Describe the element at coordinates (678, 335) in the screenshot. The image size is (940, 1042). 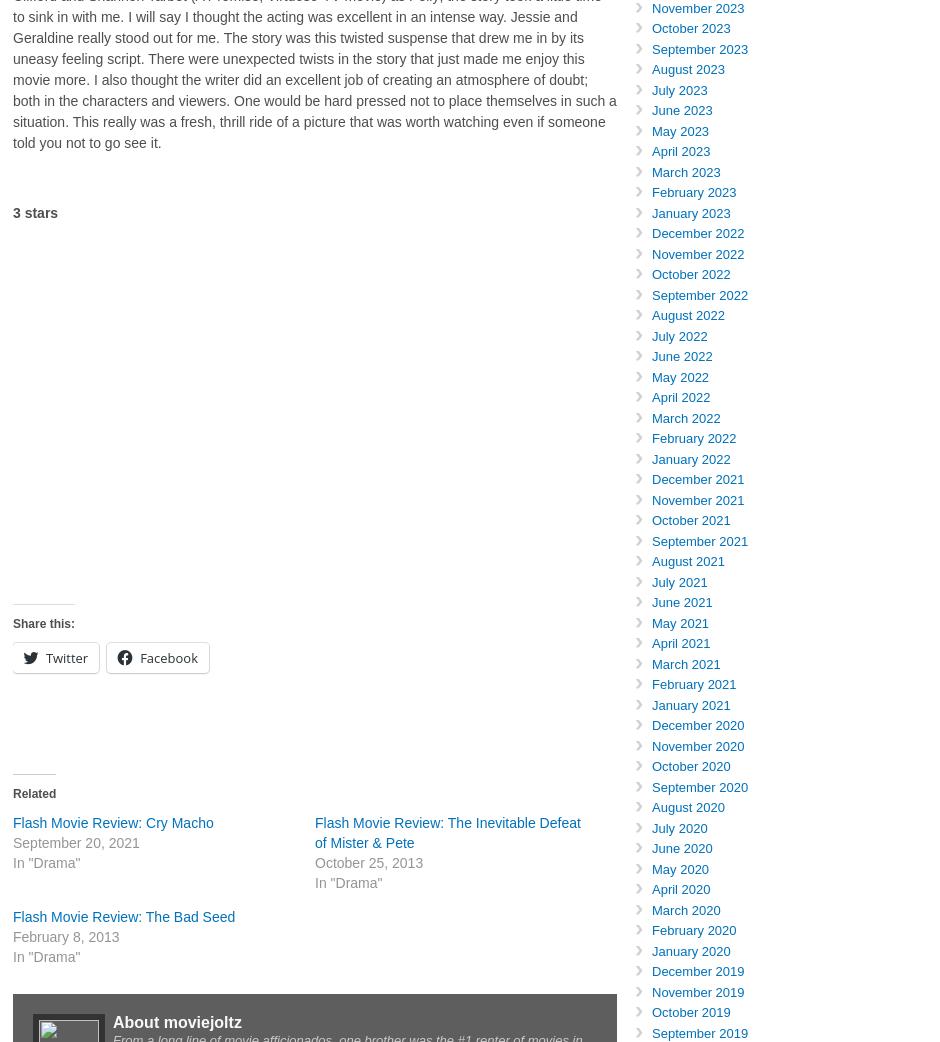
I see `'July 2022'` at that location.